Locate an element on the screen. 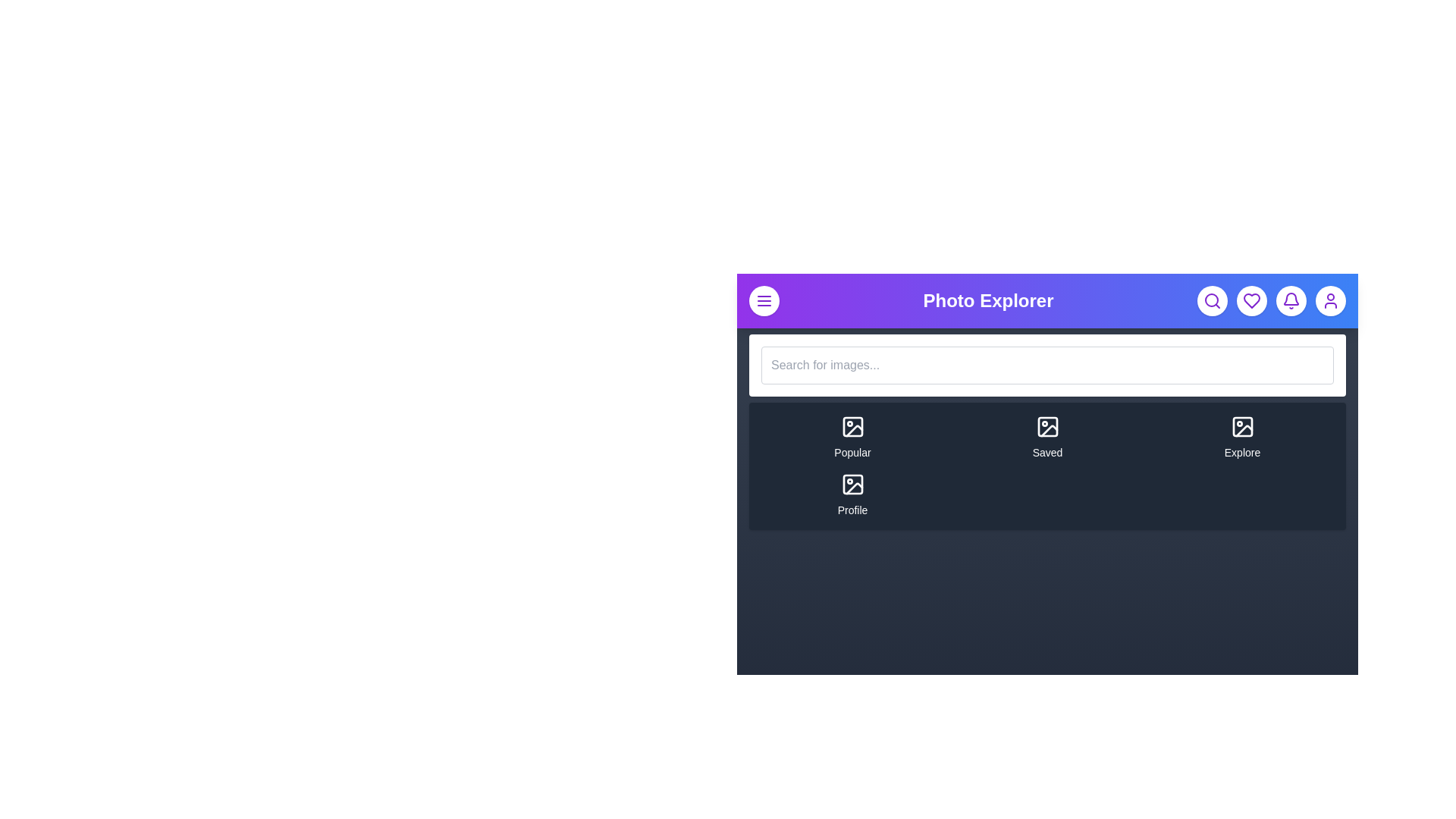 The width and height of the screenshot is (1456, 819). the user profile button to access the user profile is located at coordinates (1330, 301).